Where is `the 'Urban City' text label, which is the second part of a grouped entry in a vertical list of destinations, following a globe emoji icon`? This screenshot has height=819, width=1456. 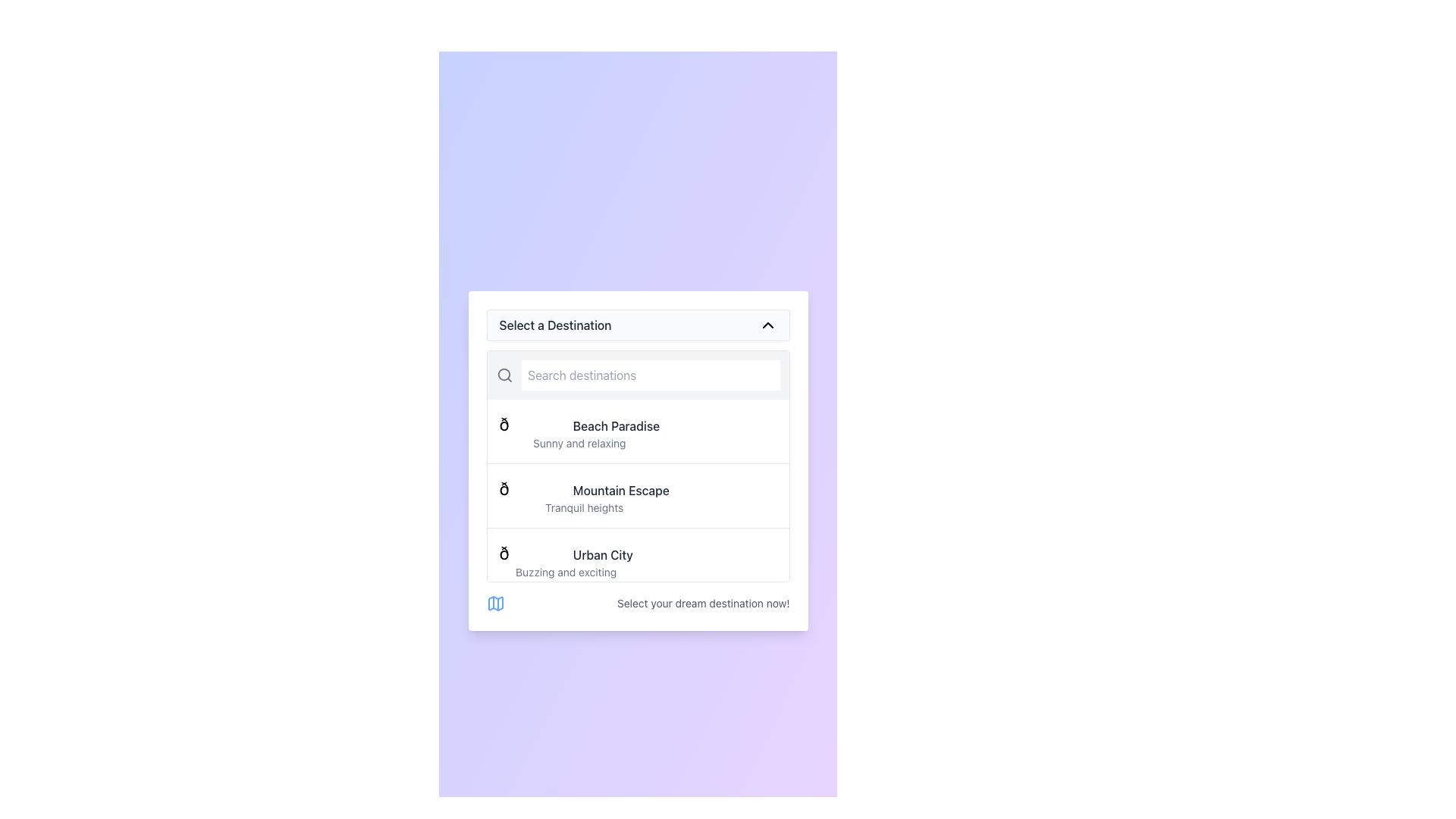
the 'Urban City' text label, which is the second part of a grouped entry in a vertical list of destinations, following a globe emoji icon is located at coordinates (602, 555).